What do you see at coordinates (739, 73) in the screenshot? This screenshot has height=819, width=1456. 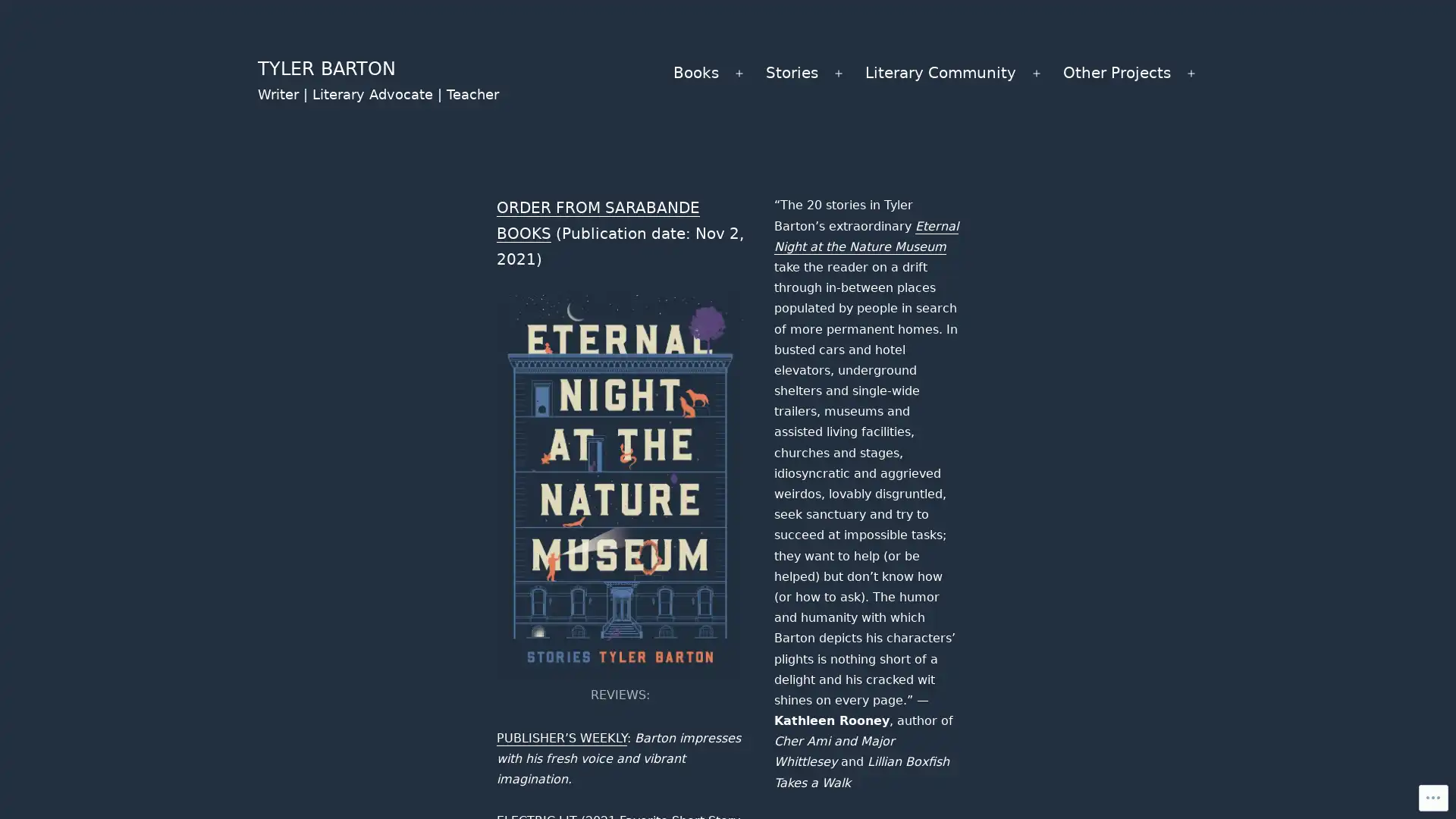 I see `Open menu` at bounding box center [739, 73].